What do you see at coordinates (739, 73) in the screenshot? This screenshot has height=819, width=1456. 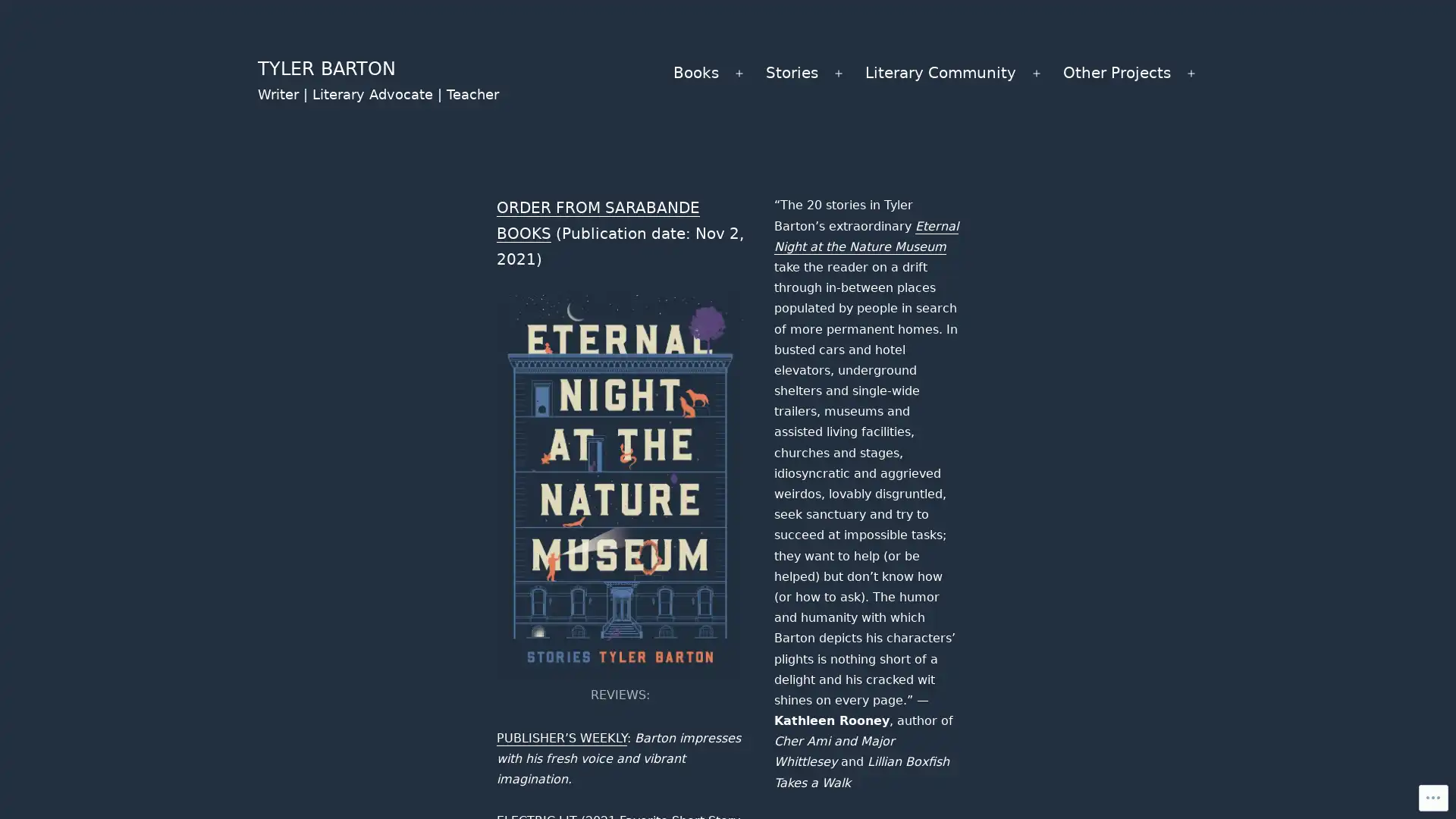 I see `Open menu` at bounding box center [739, 73].